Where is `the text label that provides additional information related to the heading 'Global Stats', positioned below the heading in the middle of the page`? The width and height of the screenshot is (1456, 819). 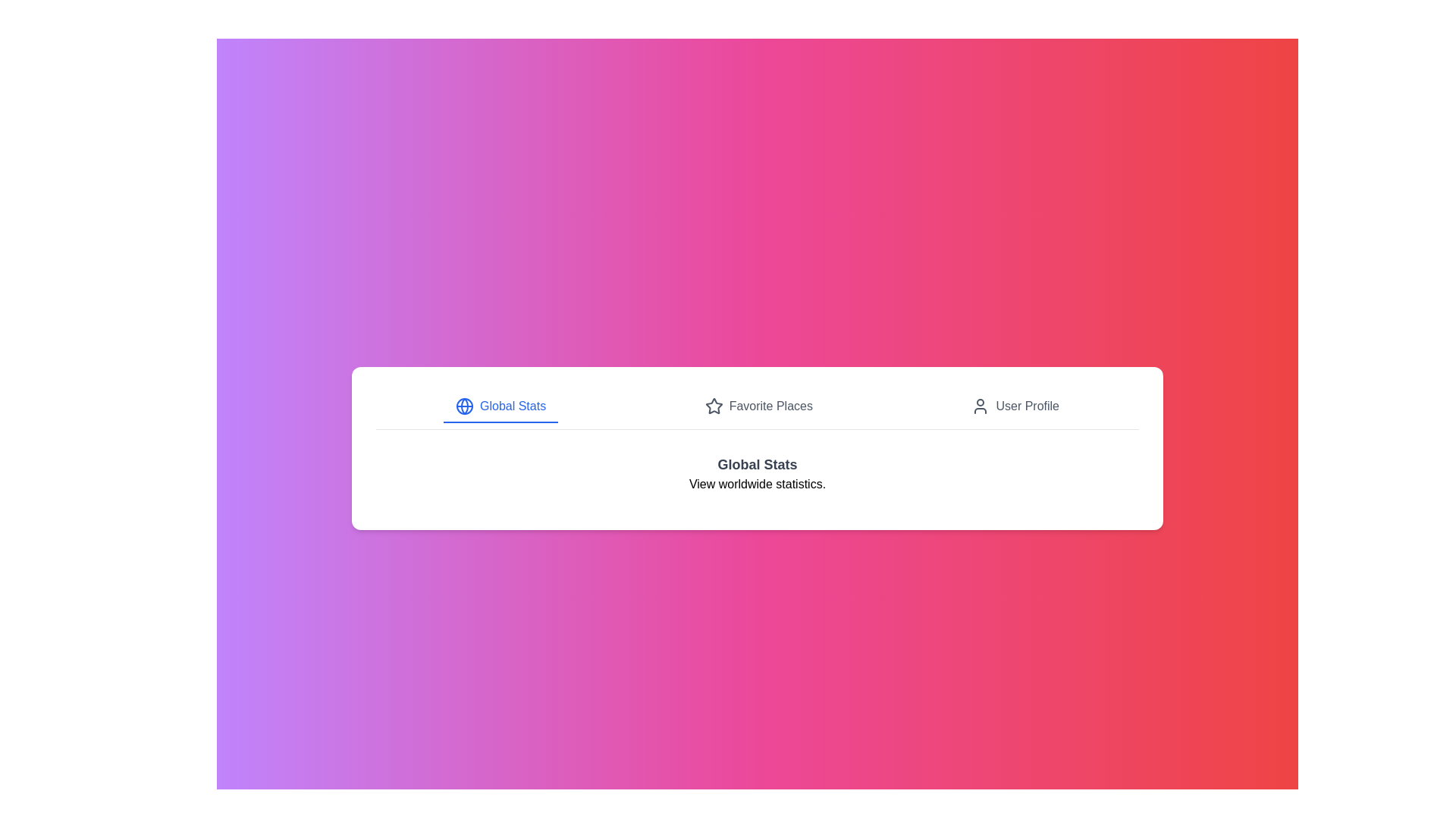
the text label that provides additional information related to the heading 'Global Stats', positioned below the heading in the middle of the page is located at coordinates (757, 484).